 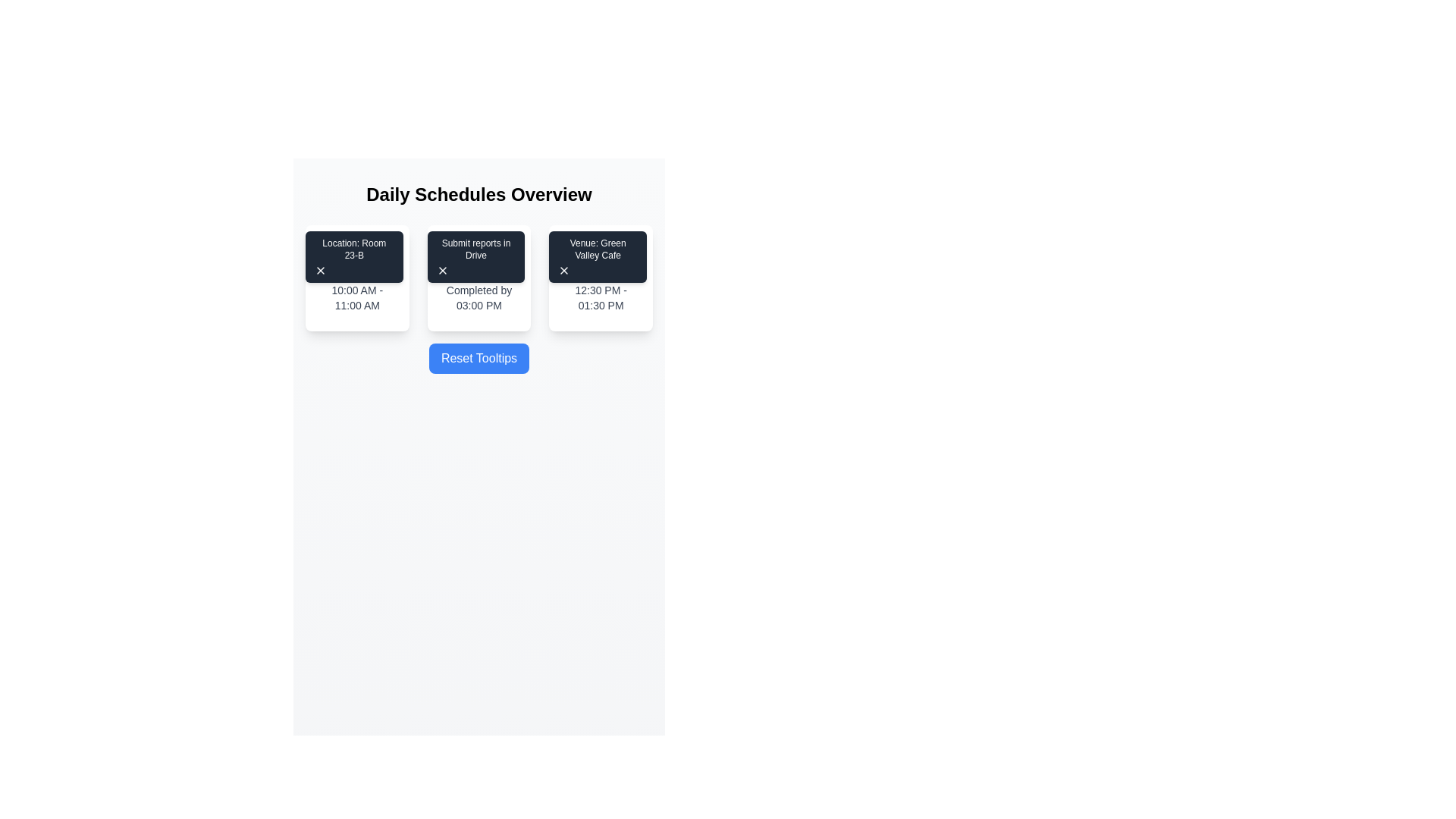 I want to click on the text element displaying 'Submit reports in Drive', which is styled in white text on a dark background and located in the top section of the middle card, so click(x=475, y=248).